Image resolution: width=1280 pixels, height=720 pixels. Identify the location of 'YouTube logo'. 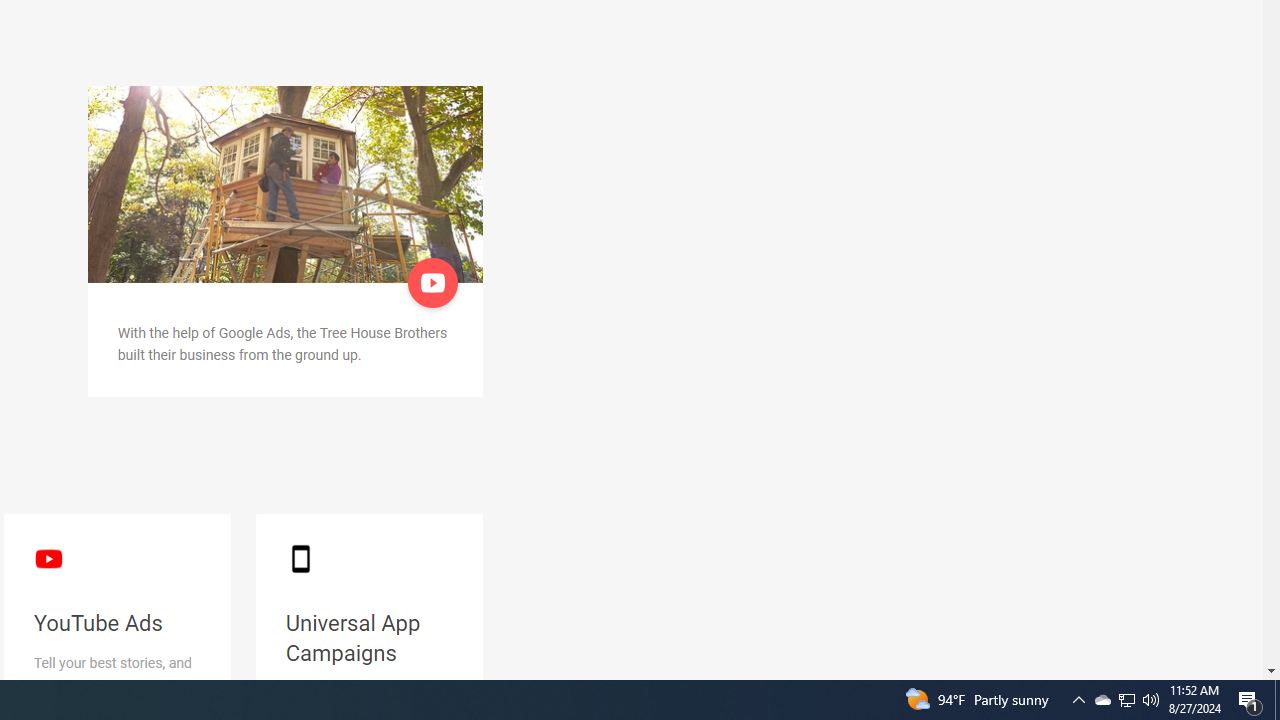
(48, 559).